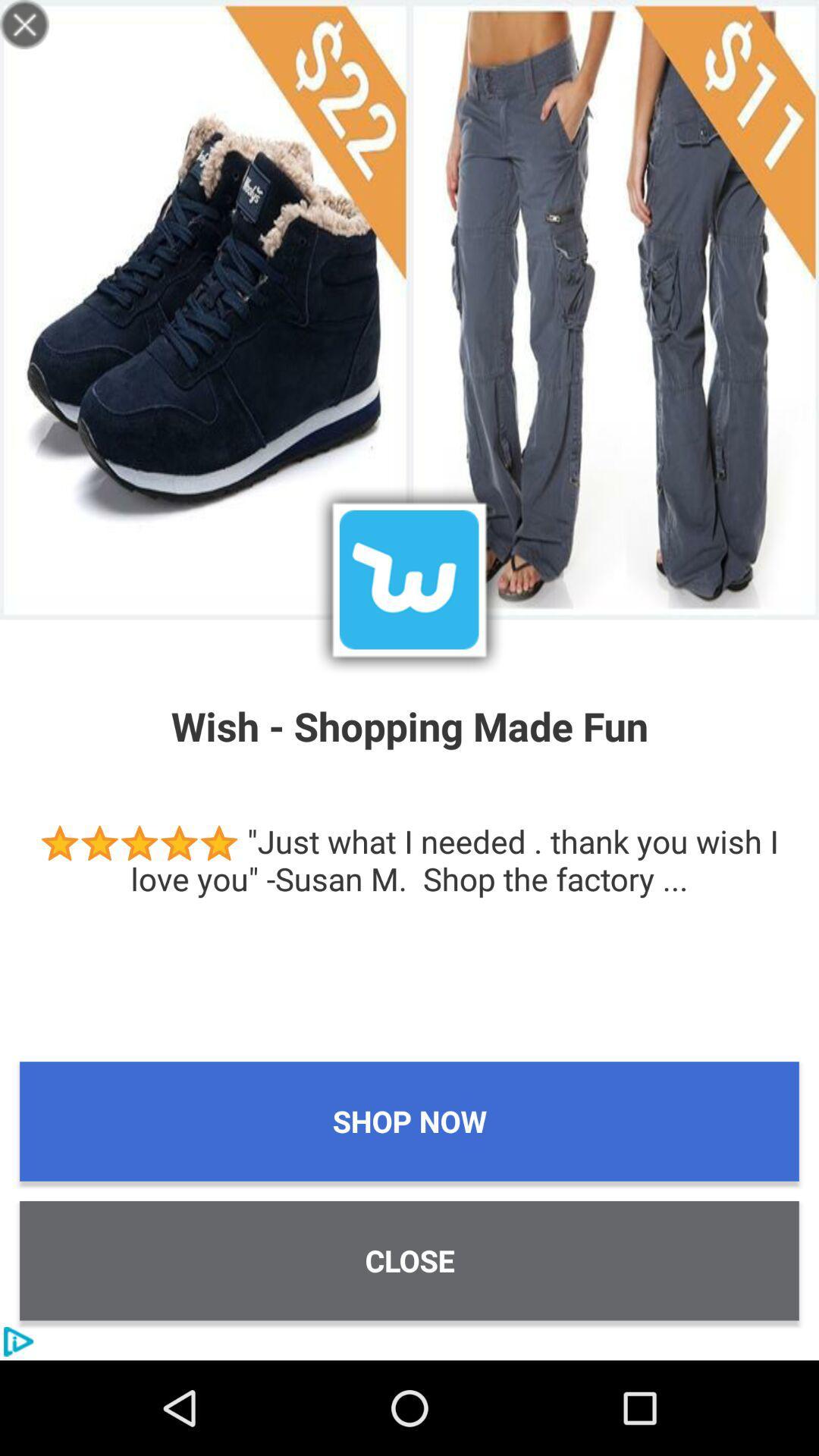  What do you see at coordinates (408, 579) in the screenshot?
I see `the twitter icon` at bounding box center [408, 579].